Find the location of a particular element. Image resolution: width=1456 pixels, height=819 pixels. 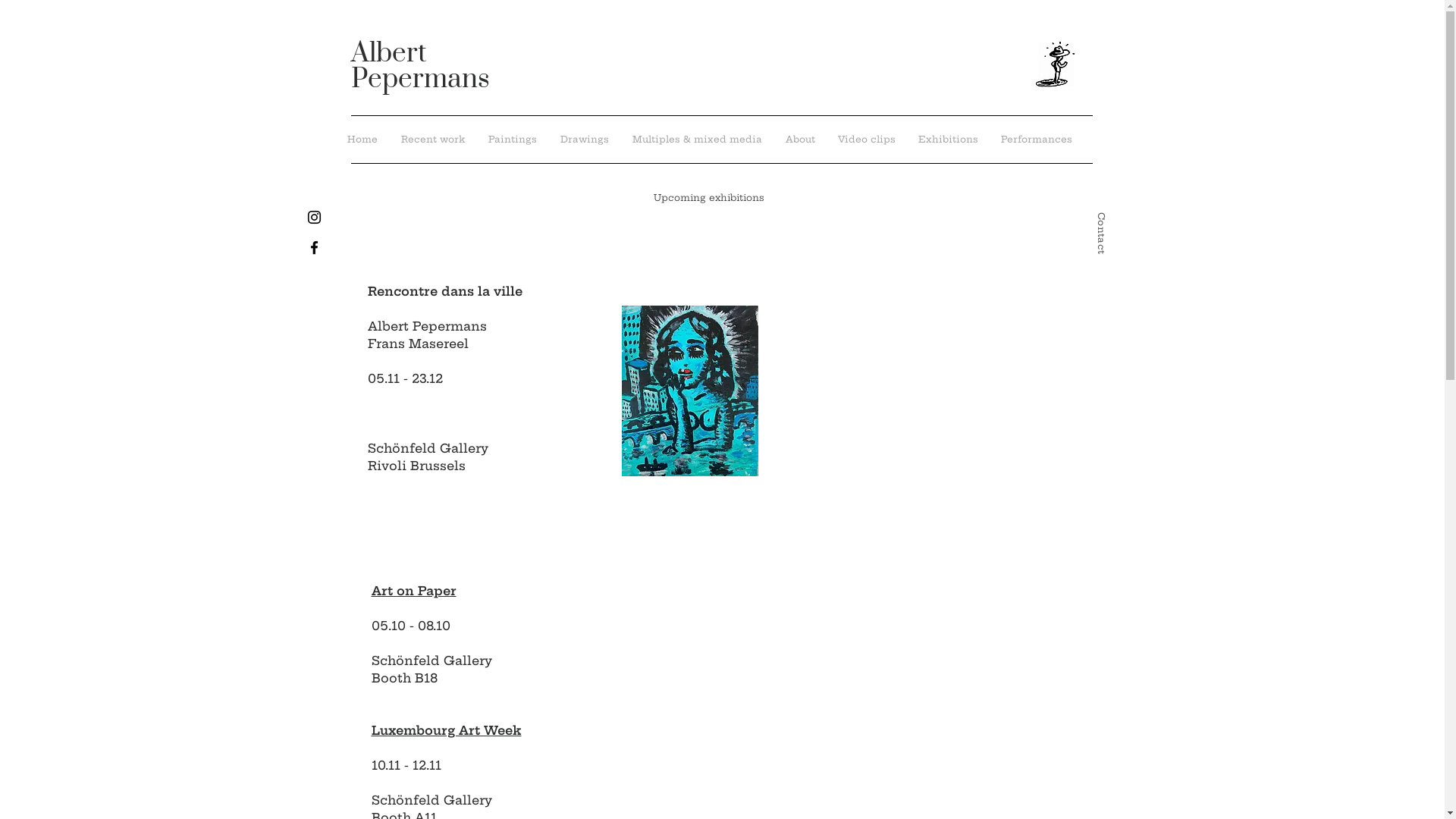

'Paintings' is located at coordinates (475, 140).